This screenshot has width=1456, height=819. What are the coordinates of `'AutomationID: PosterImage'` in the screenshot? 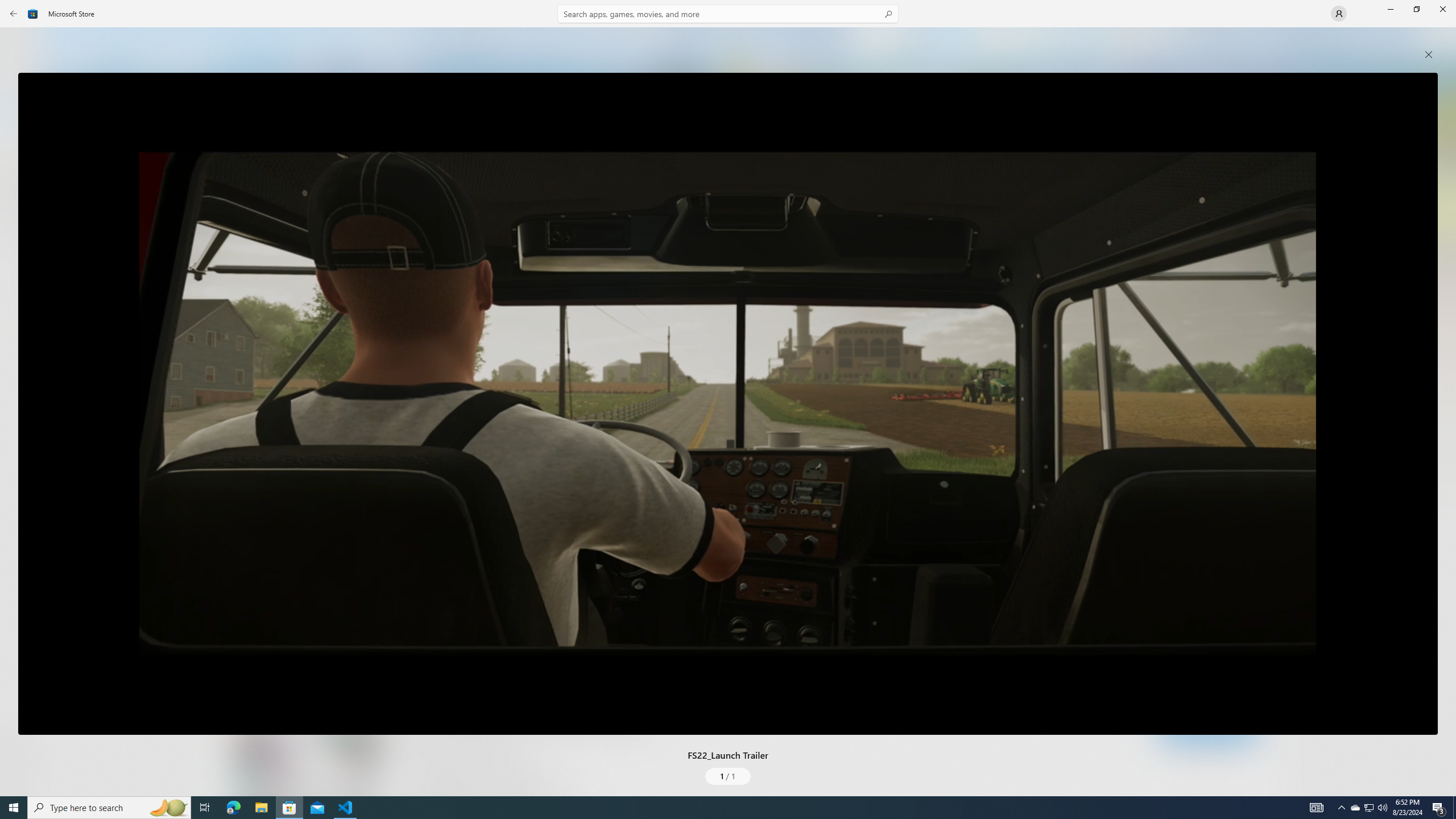 It's located at (728, 403).